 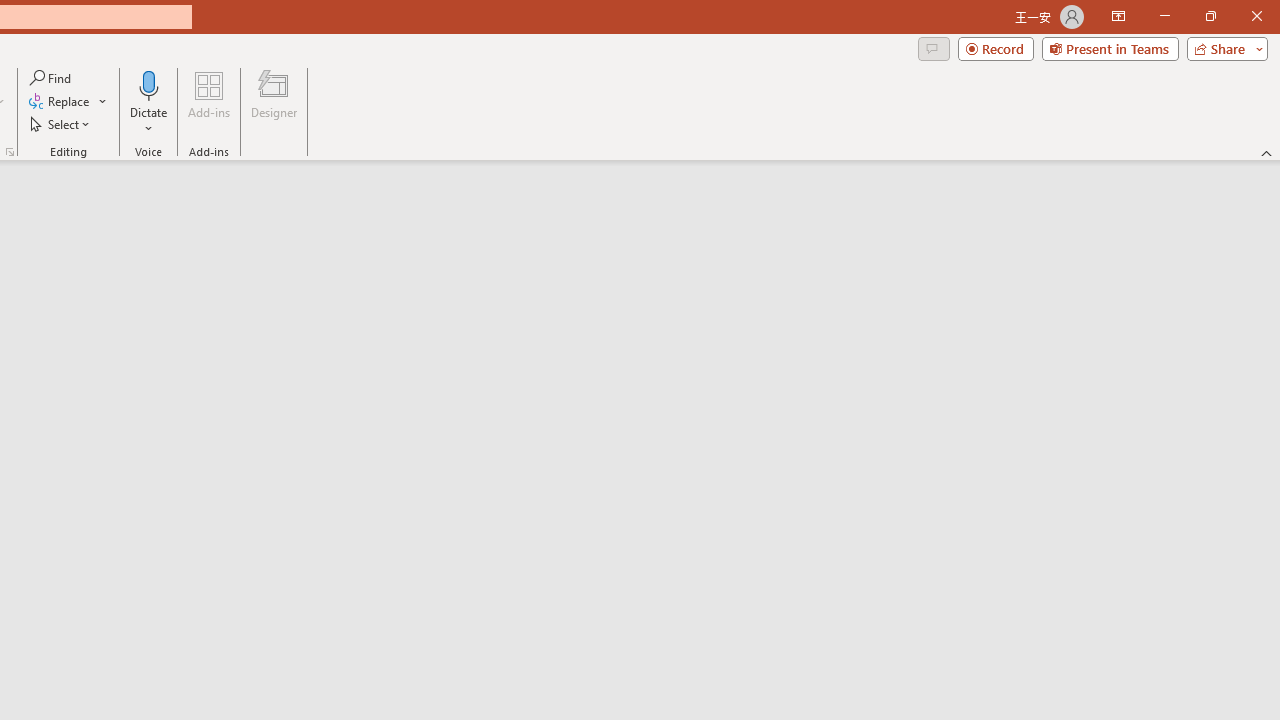 I want to click on 'Format Object...', so click(x=10, y=150).